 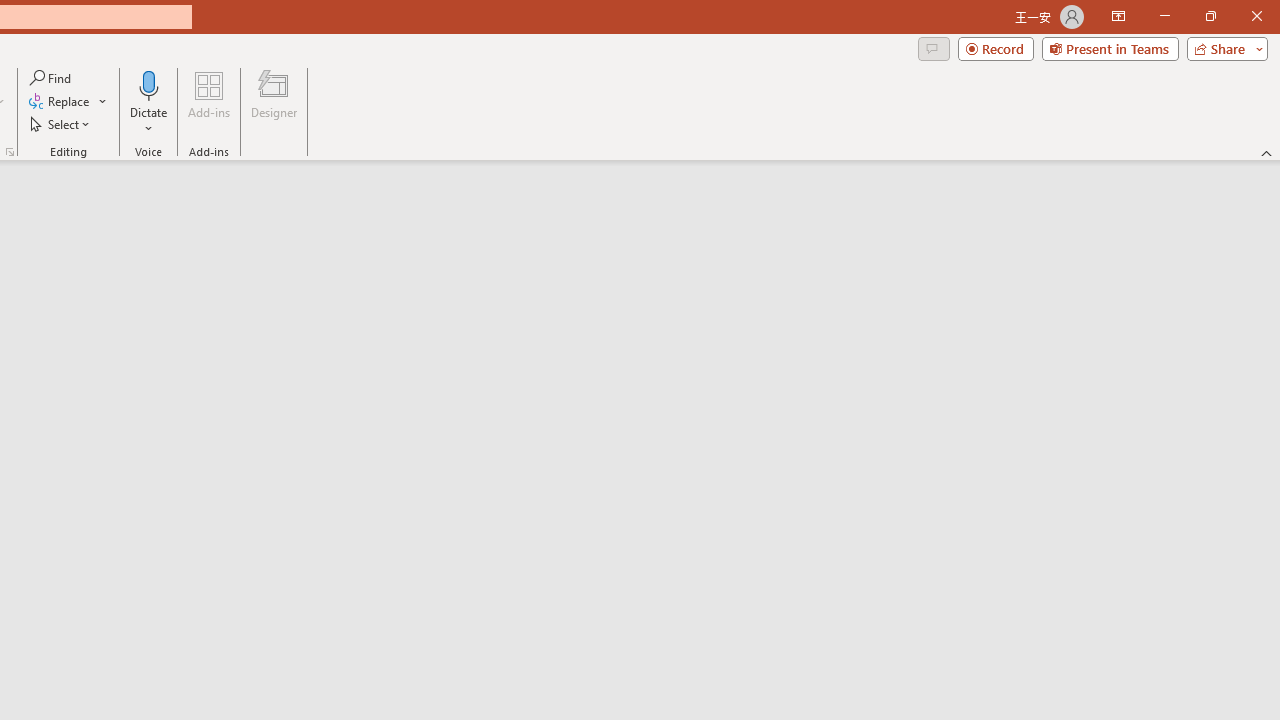 I want to click on 'Format Object...', so click(x=10, y=150).